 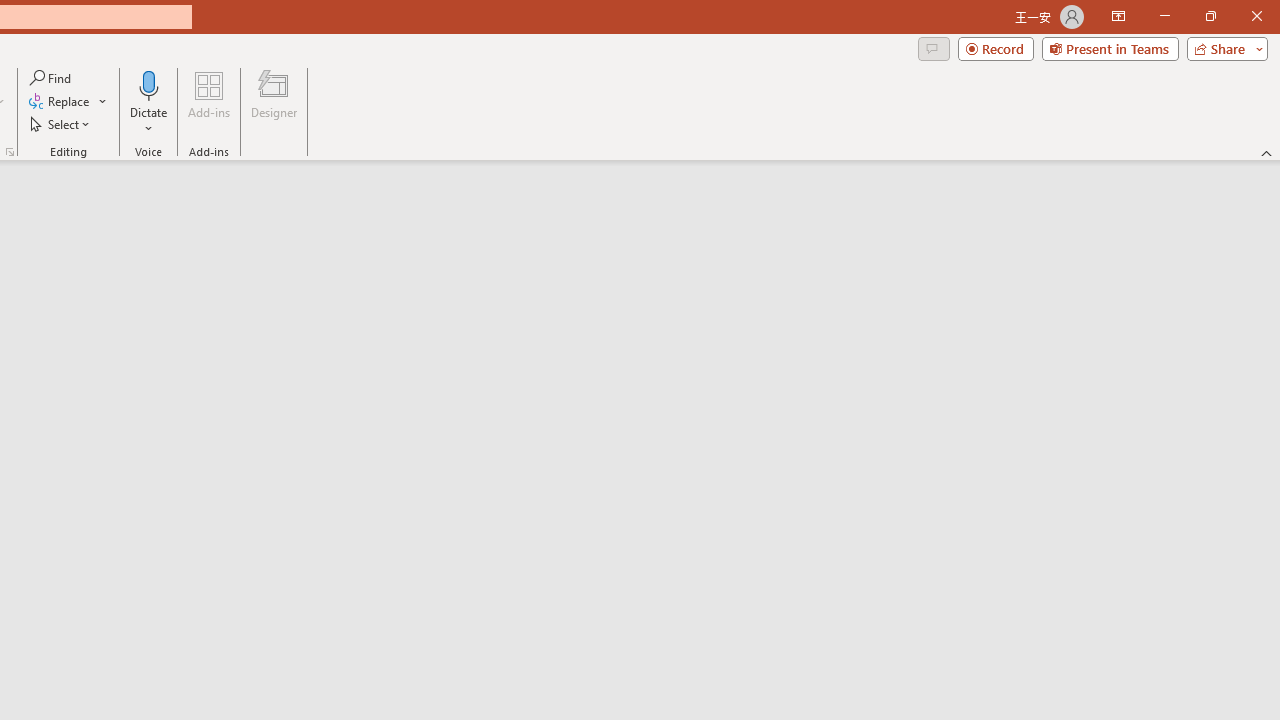 I want to click on 'Format Object...', so click(x=10, y=150).